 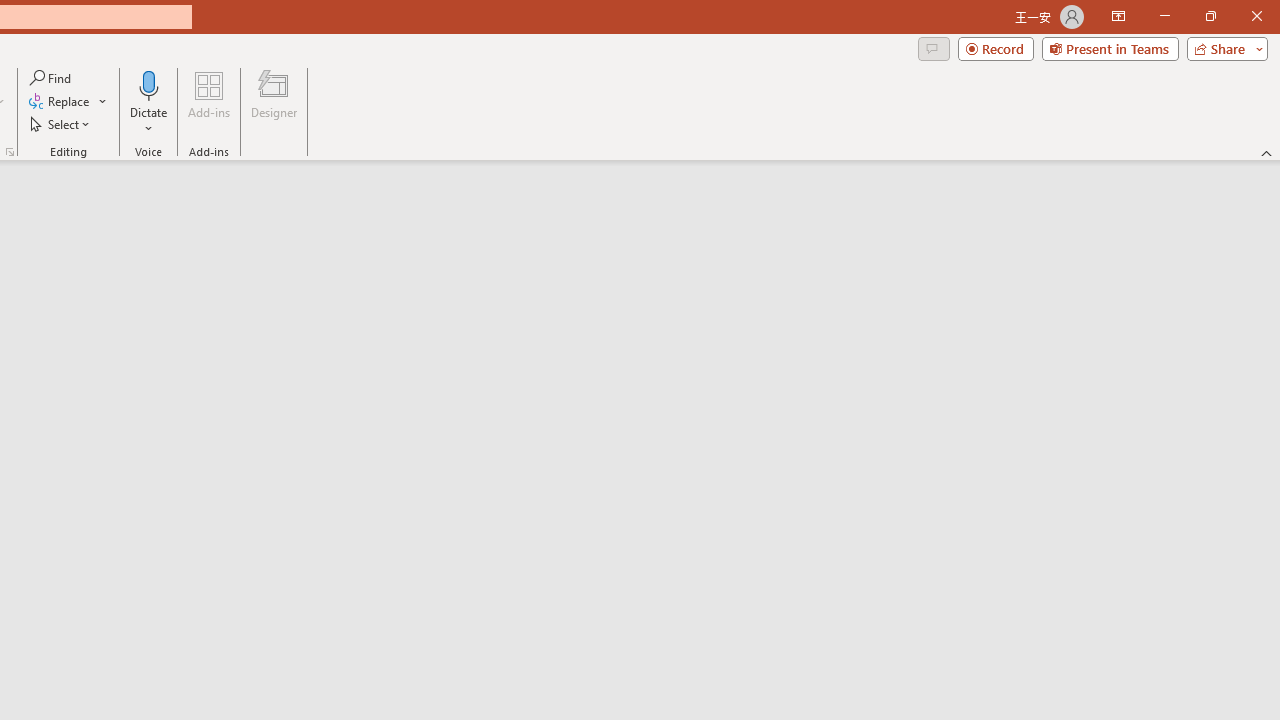 I want to click on 'Format Object...', so click(x=10, y=150).